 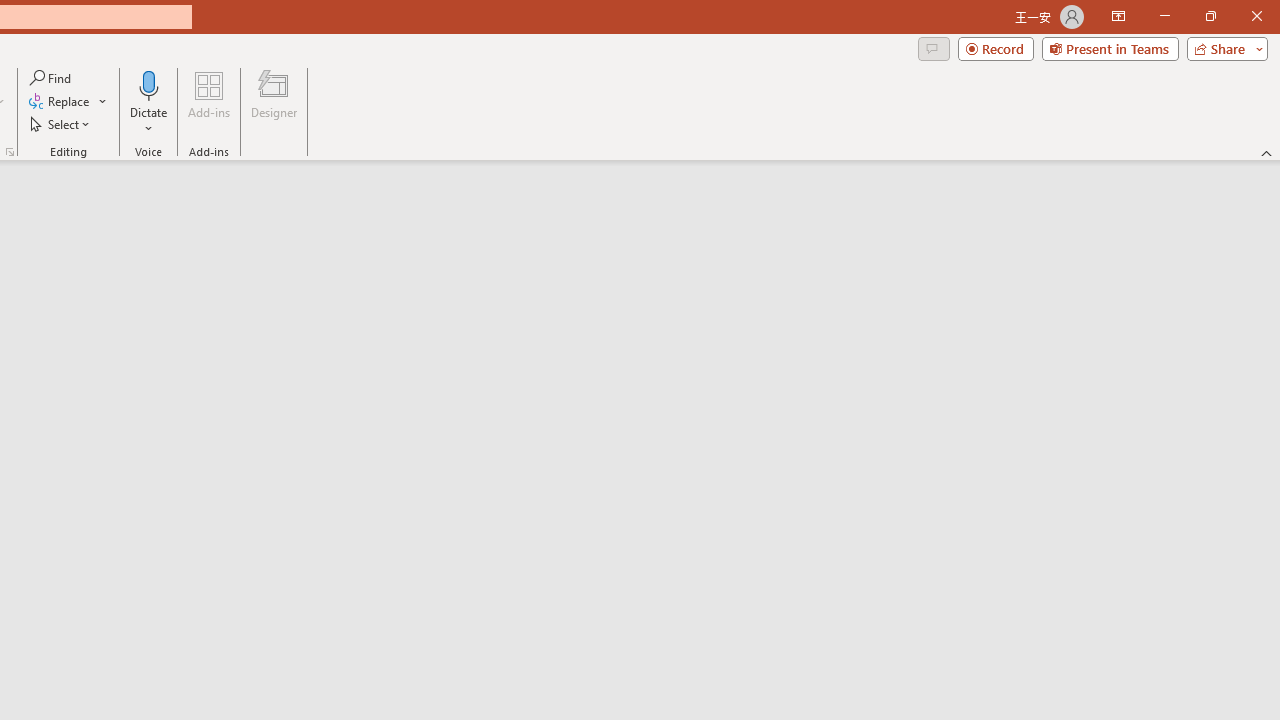 I want to click on 'Format Object...', so click(x=10, y=150).